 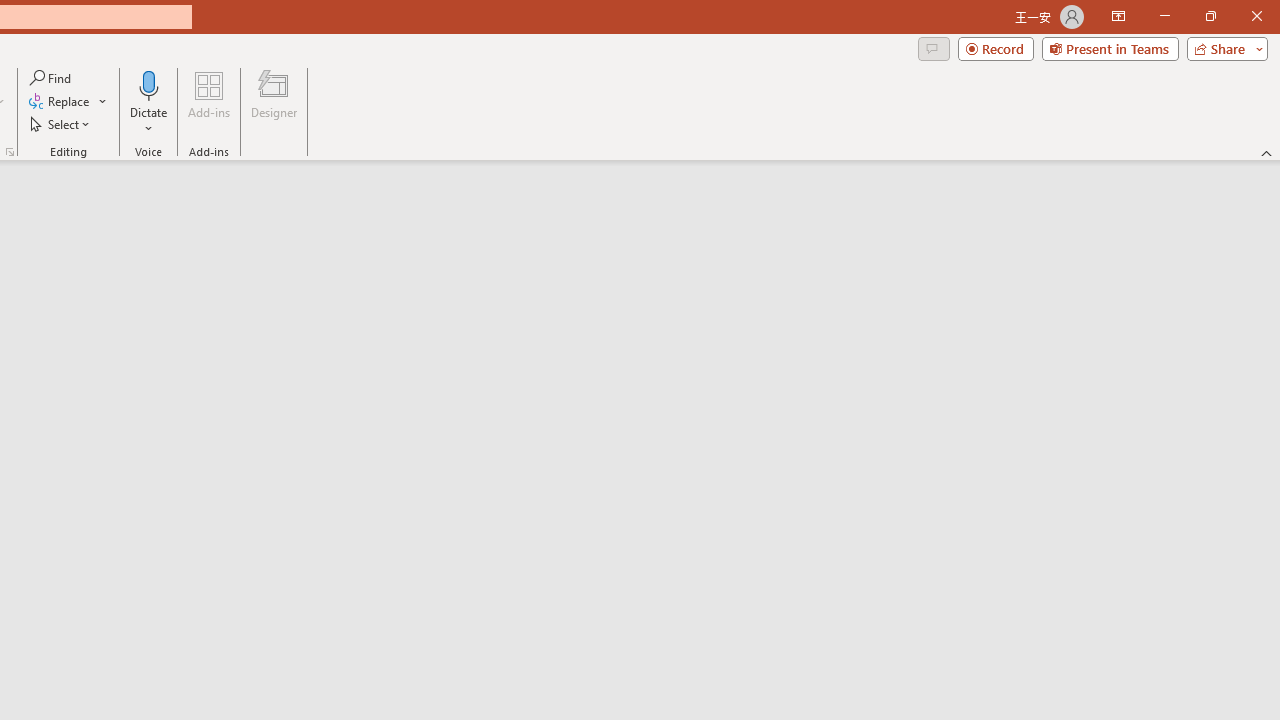 I want to click on 'Format Object...', so click(x=10, y=150).